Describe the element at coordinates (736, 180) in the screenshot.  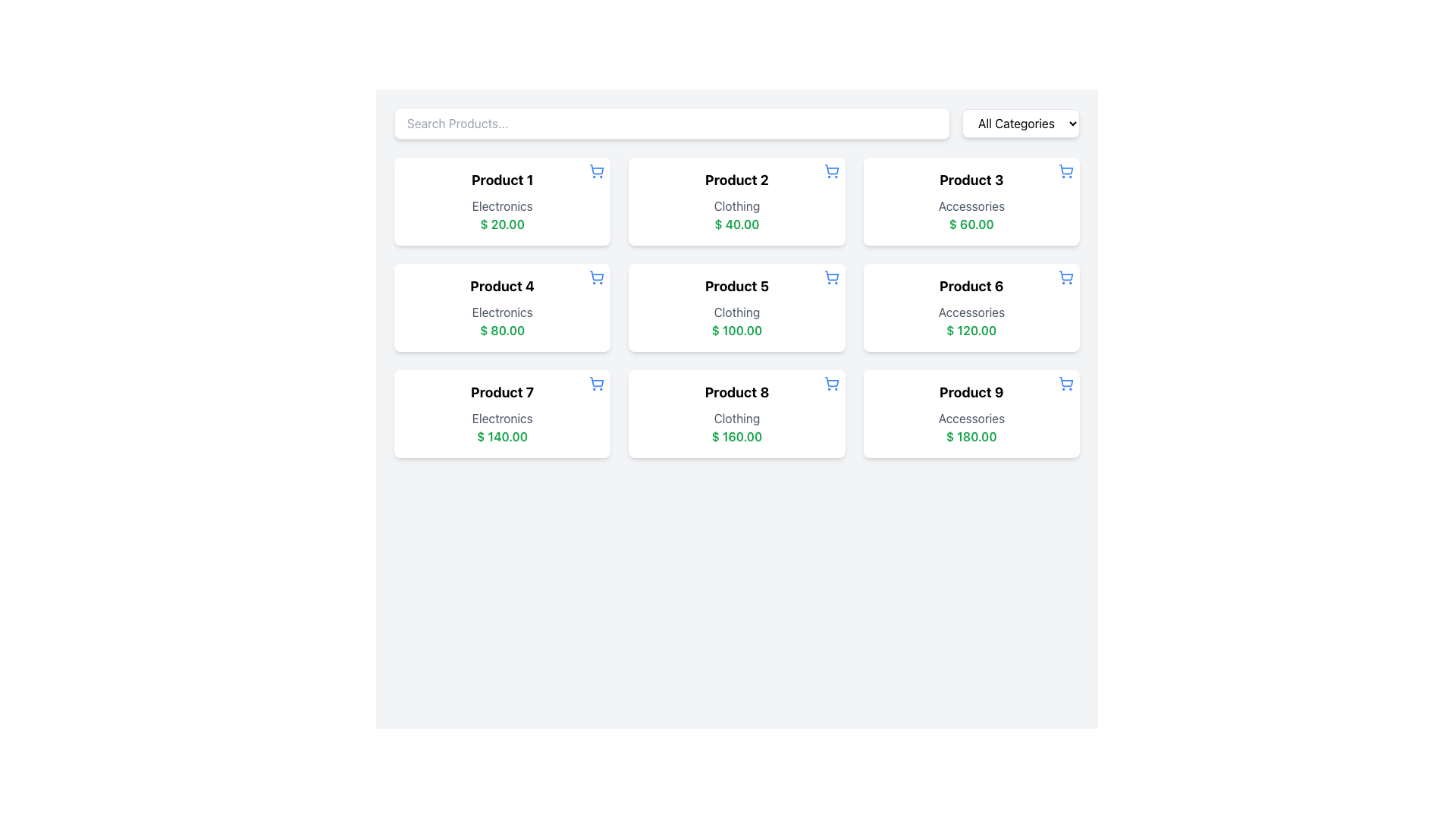
I see `the Text label that serves as the title of the product in the card for 'Product 2', located centrally above the 'Clothing' and '$ 40.00' text` at that location.